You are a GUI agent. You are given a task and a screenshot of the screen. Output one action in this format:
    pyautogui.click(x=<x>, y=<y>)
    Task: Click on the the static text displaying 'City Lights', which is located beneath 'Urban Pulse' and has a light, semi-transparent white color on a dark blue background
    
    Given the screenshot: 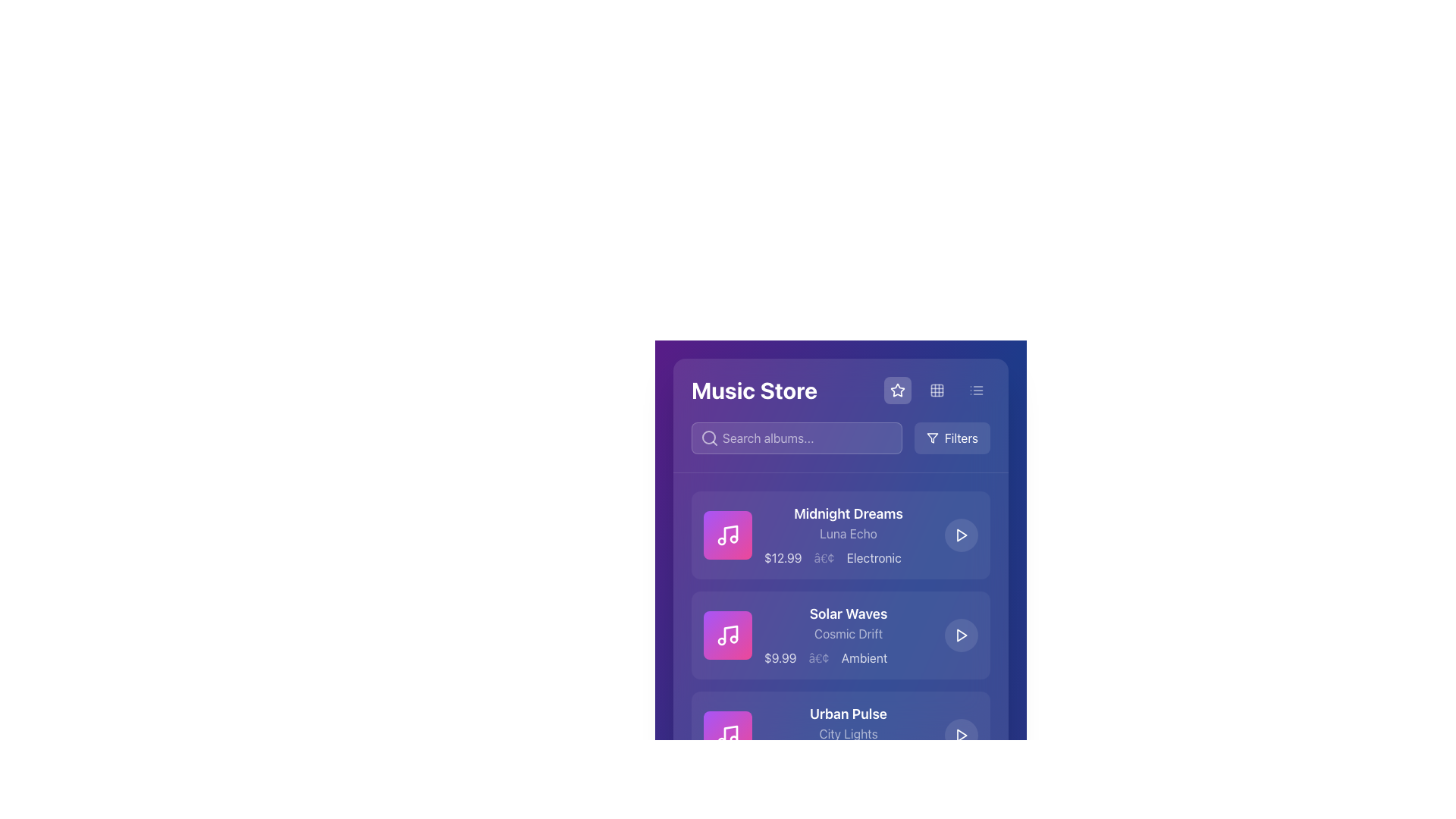 What is the action you would take?
    pyautogui.click(x=847, y=733)
    